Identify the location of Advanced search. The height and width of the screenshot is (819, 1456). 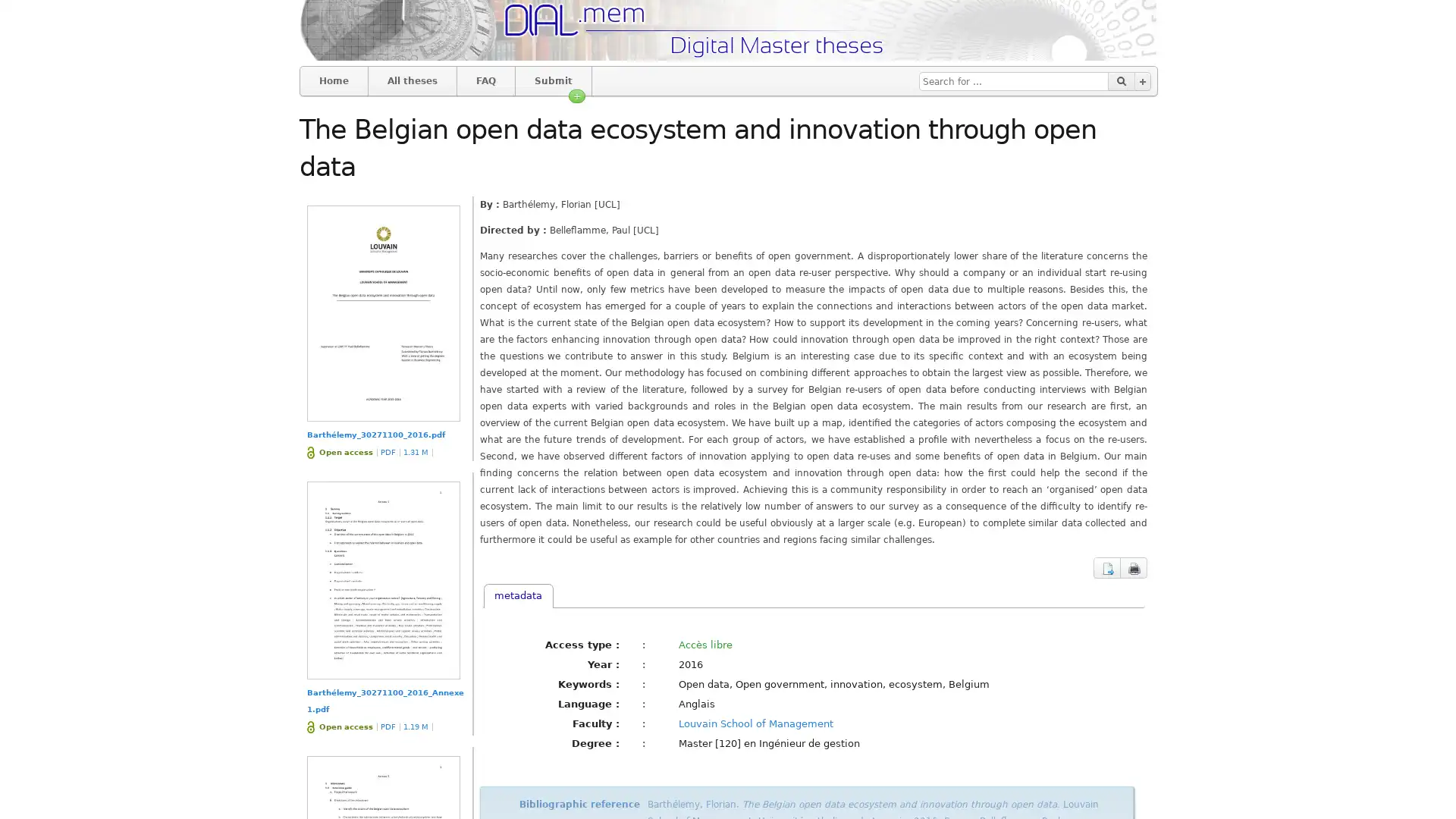
(1142, 81).